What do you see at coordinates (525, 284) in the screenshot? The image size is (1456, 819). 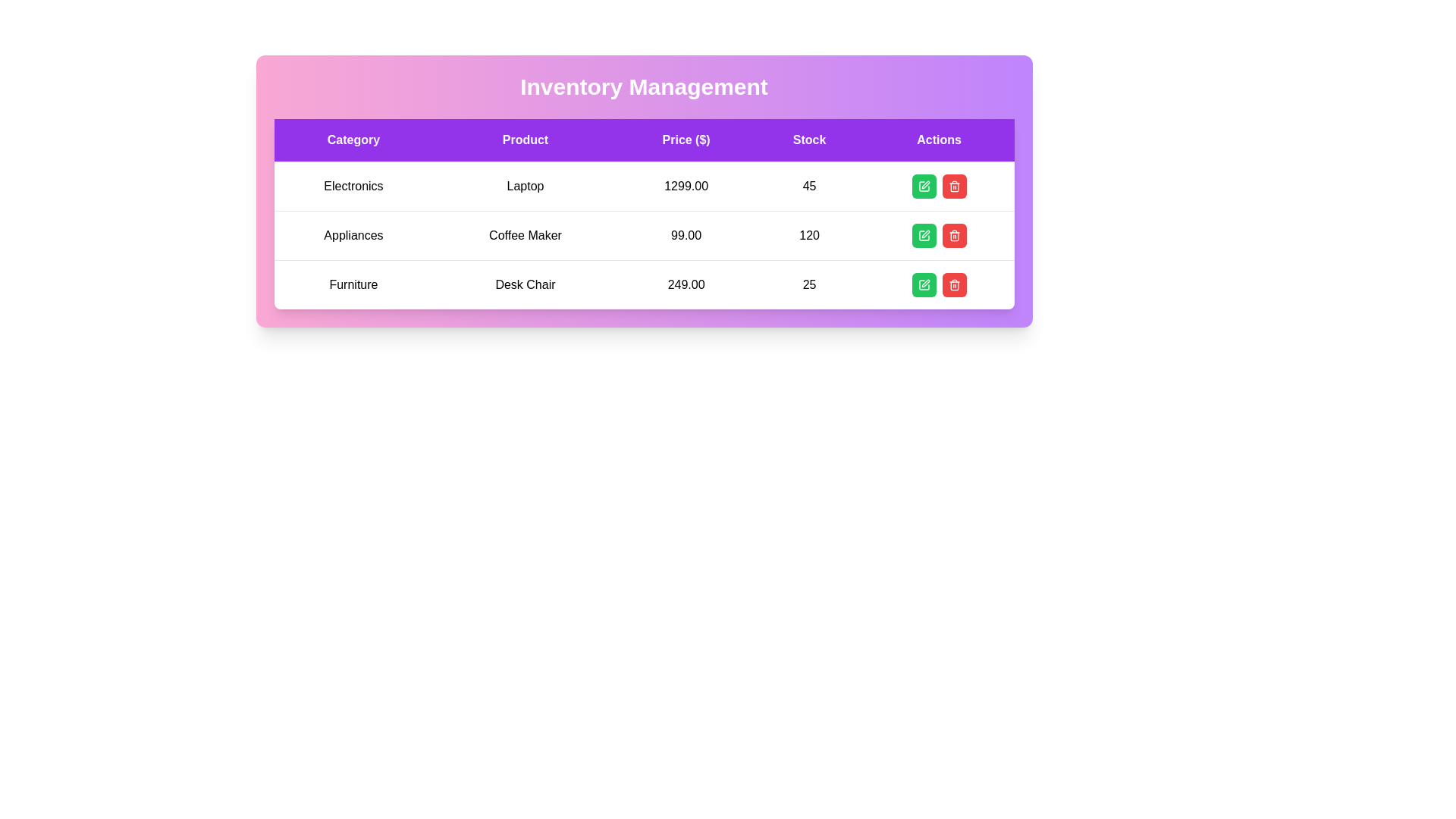 I see `the 'Desk Chair' text display field in the 'Furniture' row of the inventory table` at bounding box center [525, 284].